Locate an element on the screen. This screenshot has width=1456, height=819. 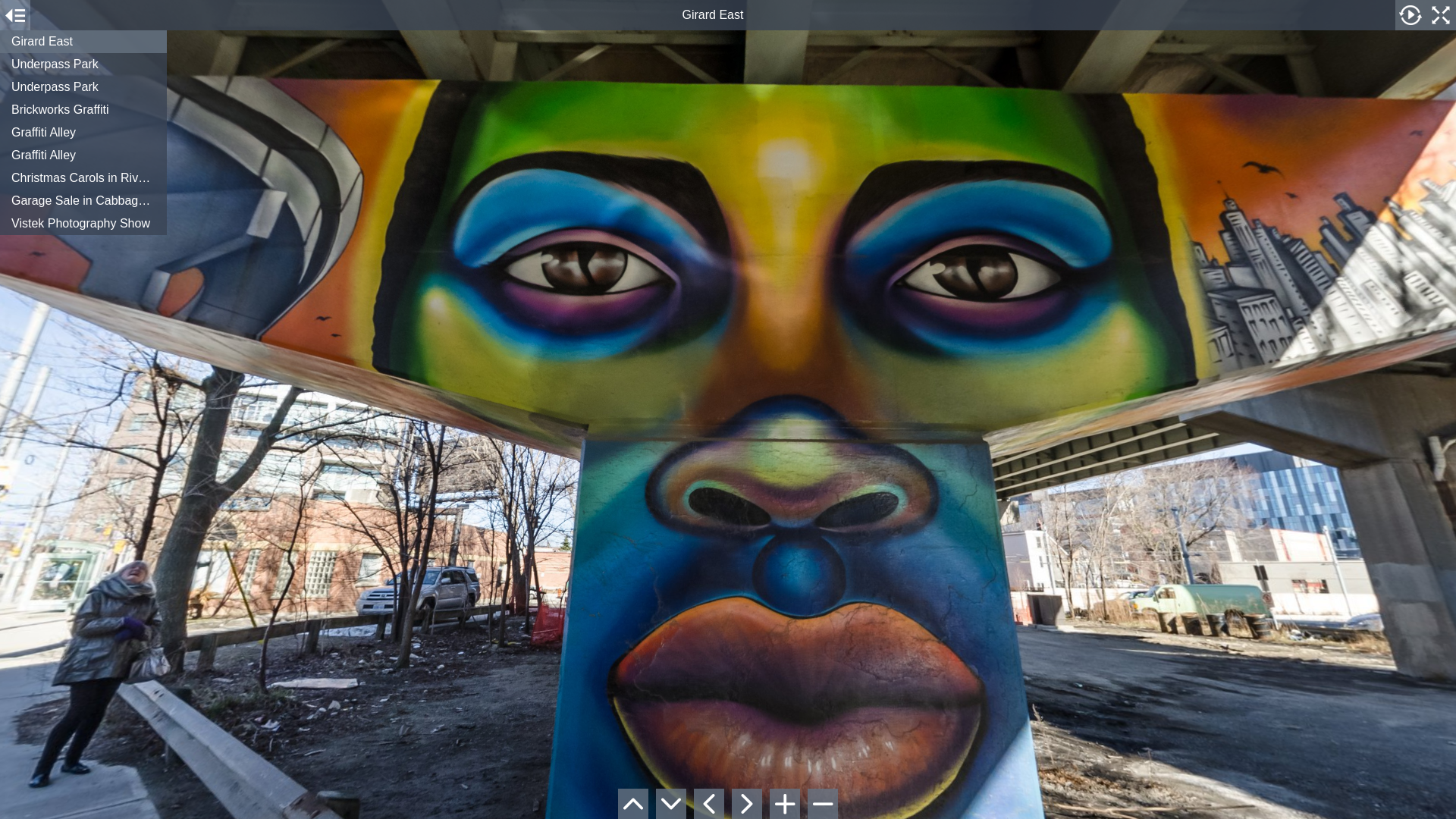
'Underpass Park' is located at coordinates (83, 87).